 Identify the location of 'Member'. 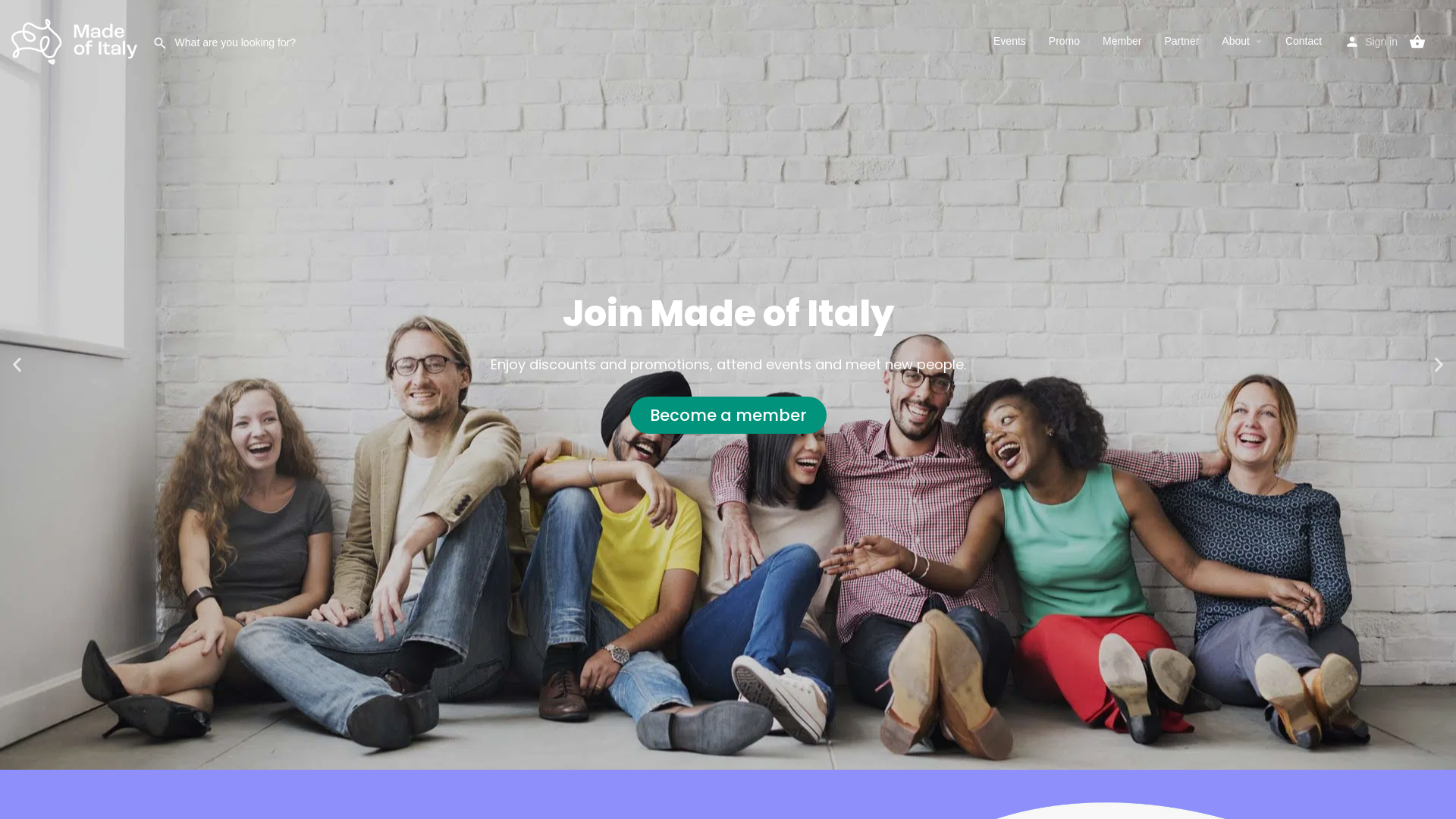
(1122, 40).